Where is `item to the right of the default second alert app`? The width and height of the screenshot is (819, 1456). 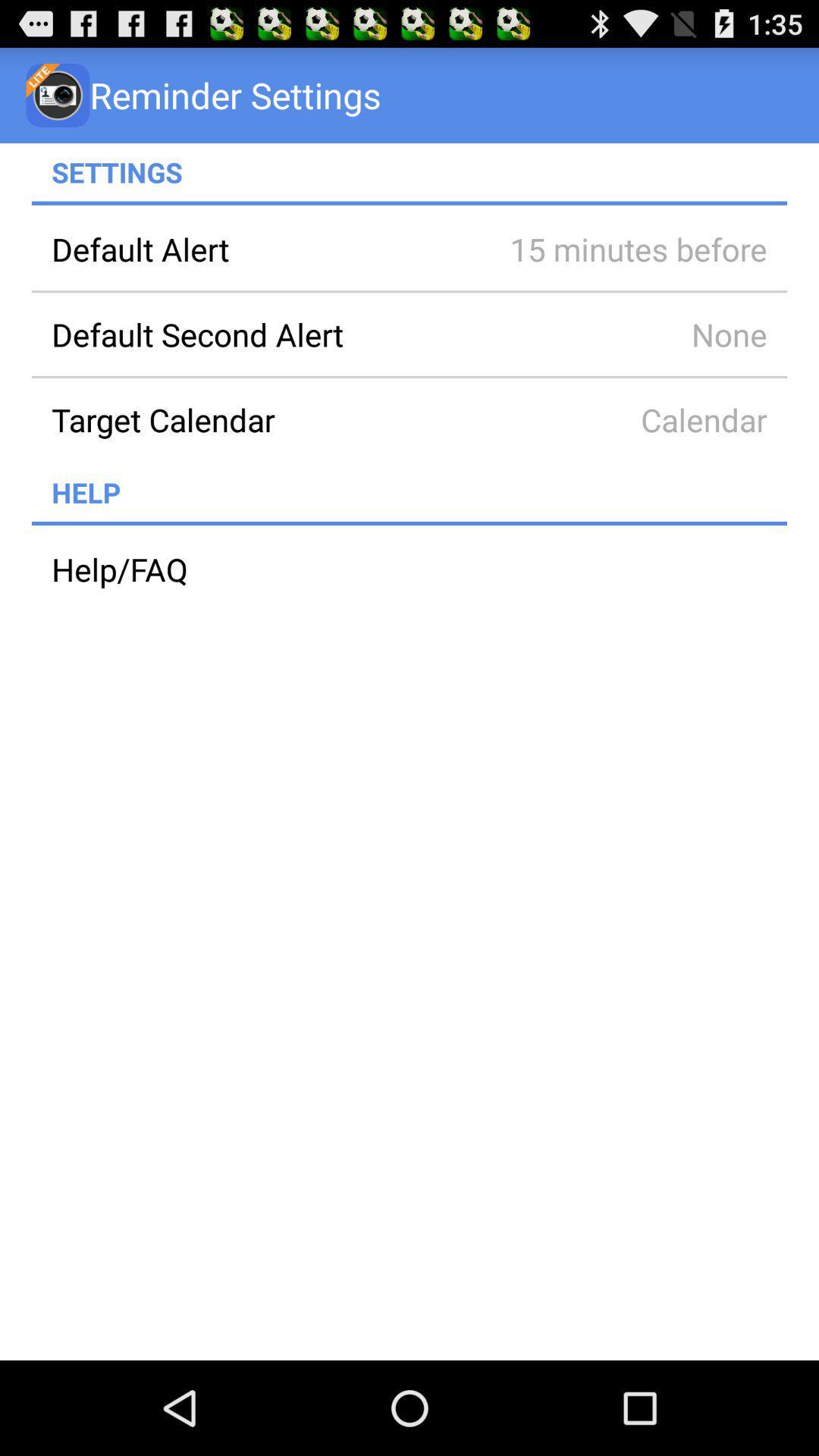
item to the right of the default second alert app is located at coordinates (617, 334).